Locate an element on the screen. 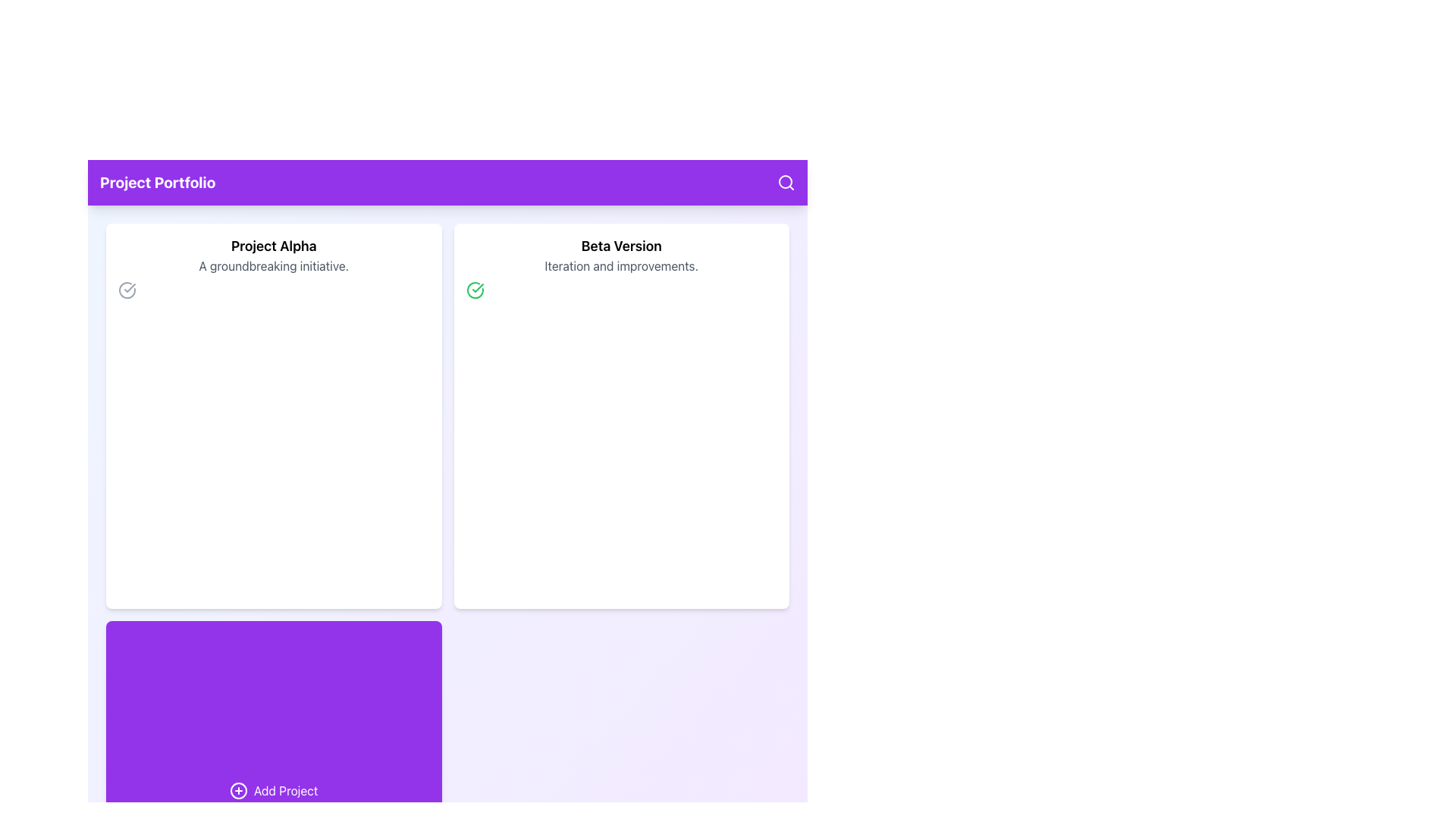 This screenshot has height=819, width=1456. the search icon located on the rightmost side of the header bar containing the text 'Project Portfolio' is located at coordinates (786, 181).